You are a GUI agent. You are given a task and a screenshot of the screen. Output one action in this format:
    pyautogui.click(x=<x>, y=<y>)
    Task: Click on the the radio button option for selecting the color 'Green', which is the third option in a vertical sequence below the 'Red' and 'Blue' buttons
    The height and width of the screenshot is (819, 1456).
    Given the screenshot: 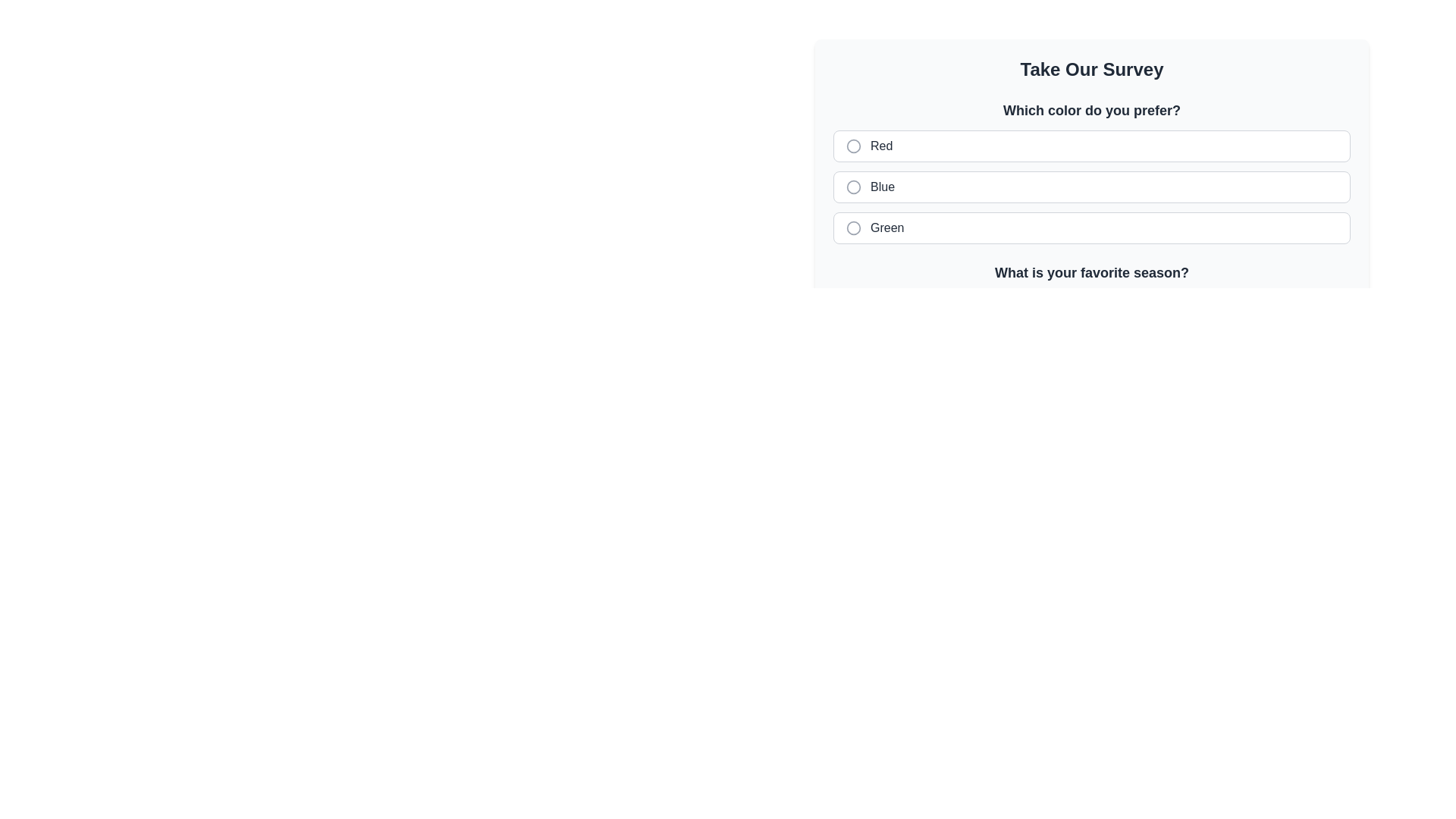 What is the action you would take?
    pyautogui.click(x=1092, y=227)
    